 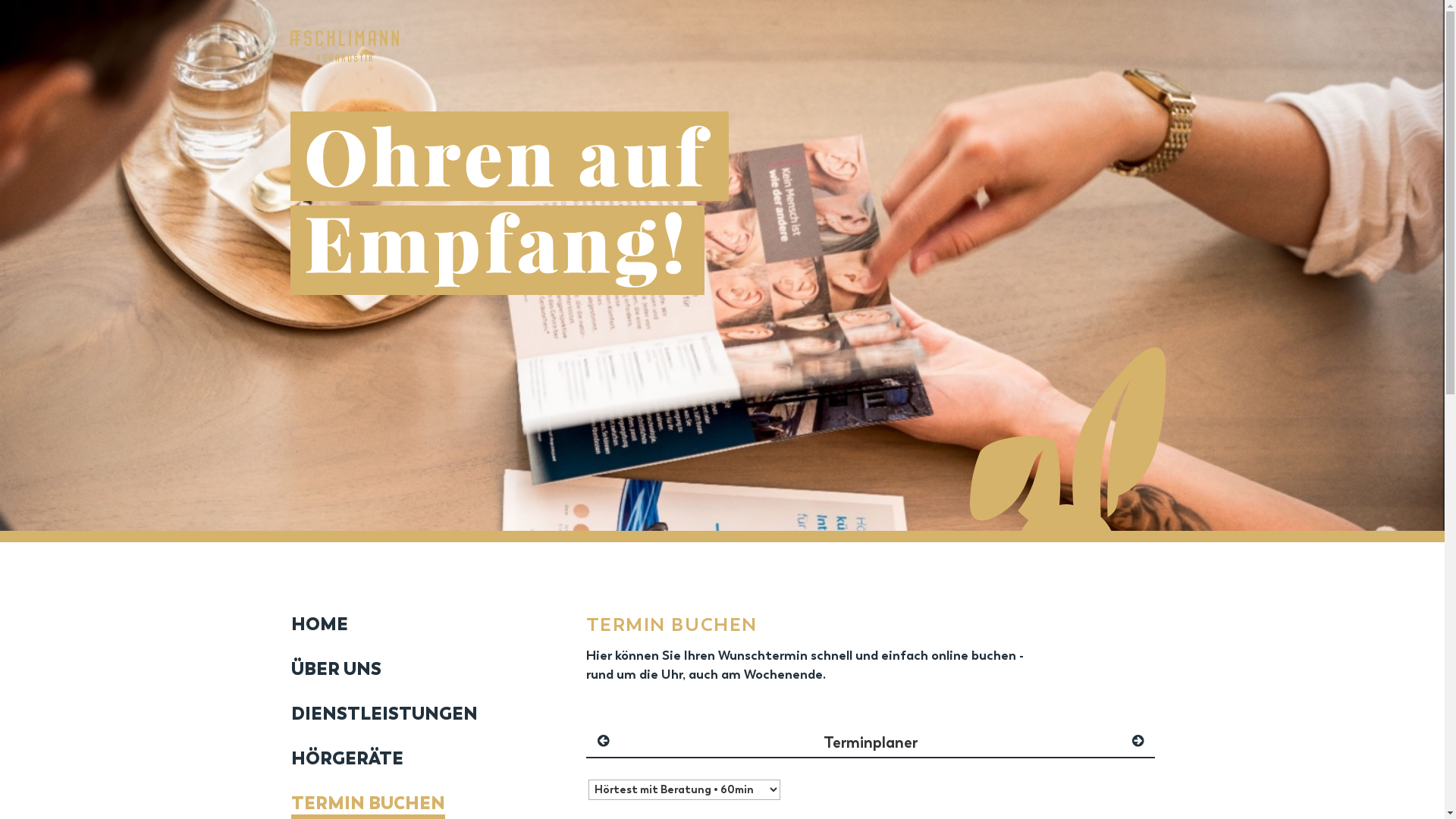 I want to click on 'DIENSTLEISTUNGEN', so click(x=383, y=714).